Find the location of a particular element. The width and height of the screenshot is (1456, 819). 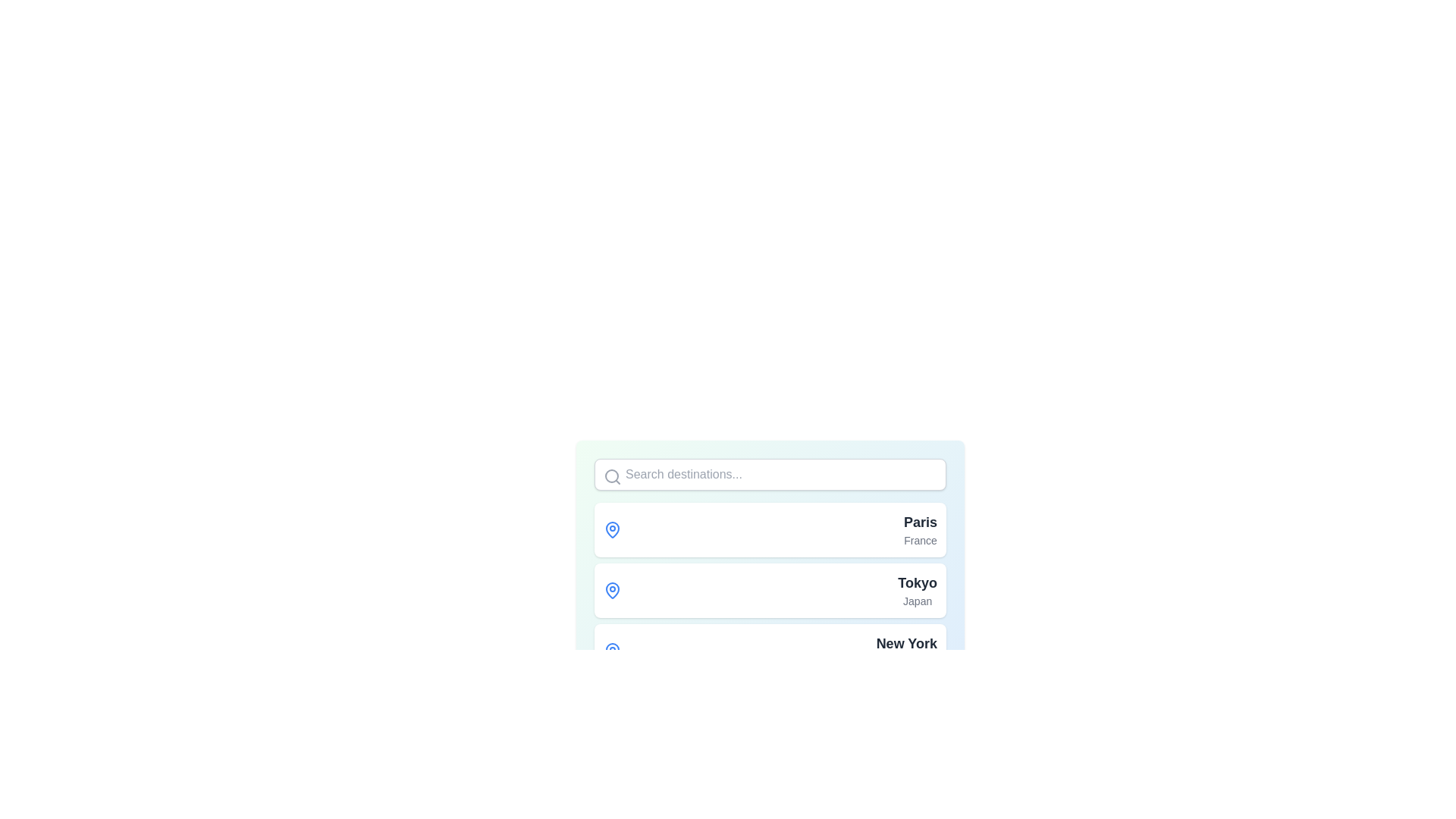

text from the bold 'New York' label located near the bottom-right of the destination list, above the smaller 'USA' text is located at coordinates (906, 643).